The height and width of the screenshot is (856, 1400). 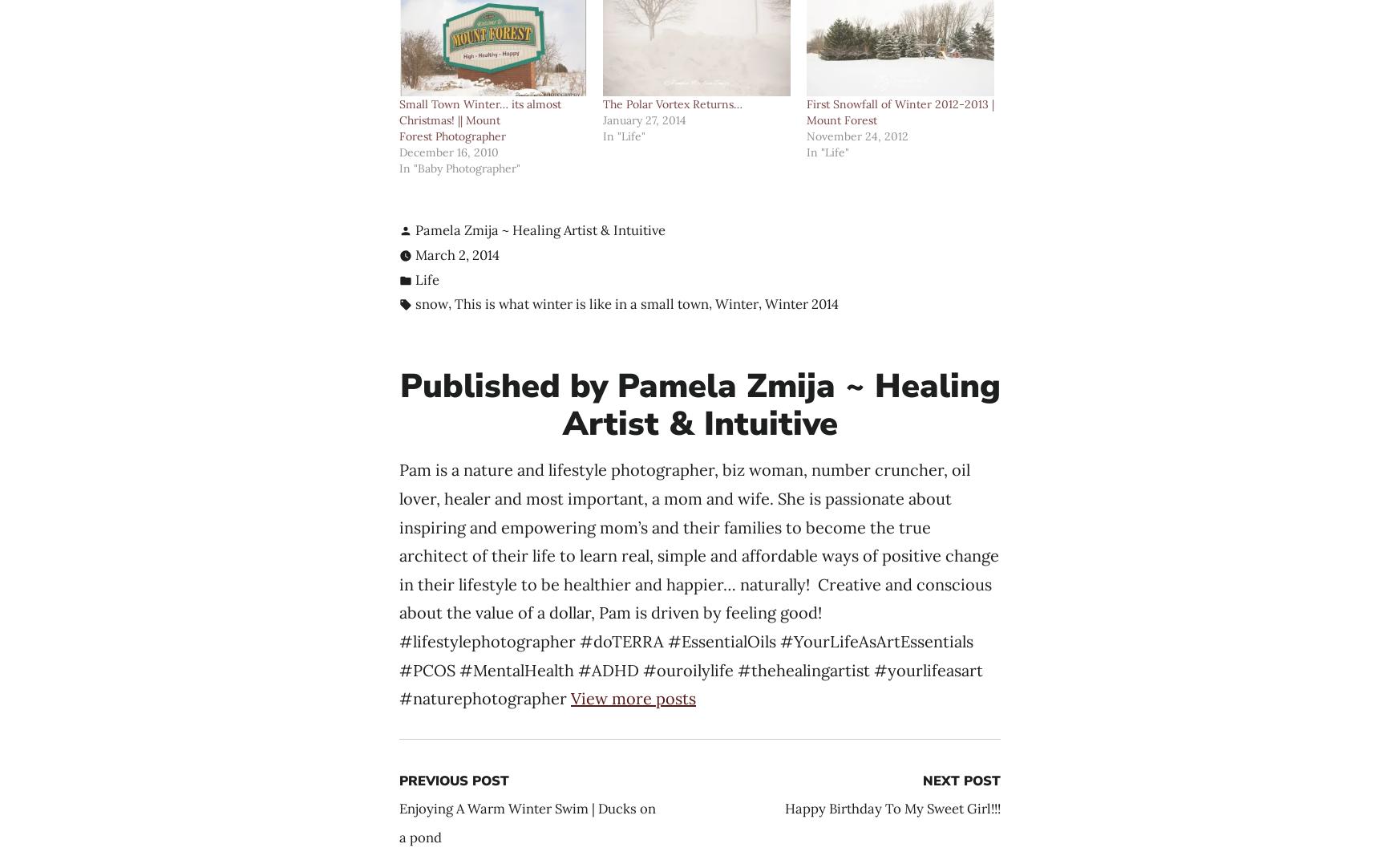 What do you see at coordinates (922, 780) in the screenshot?
I see `'Next Post'` at bounding box center [922, 780].